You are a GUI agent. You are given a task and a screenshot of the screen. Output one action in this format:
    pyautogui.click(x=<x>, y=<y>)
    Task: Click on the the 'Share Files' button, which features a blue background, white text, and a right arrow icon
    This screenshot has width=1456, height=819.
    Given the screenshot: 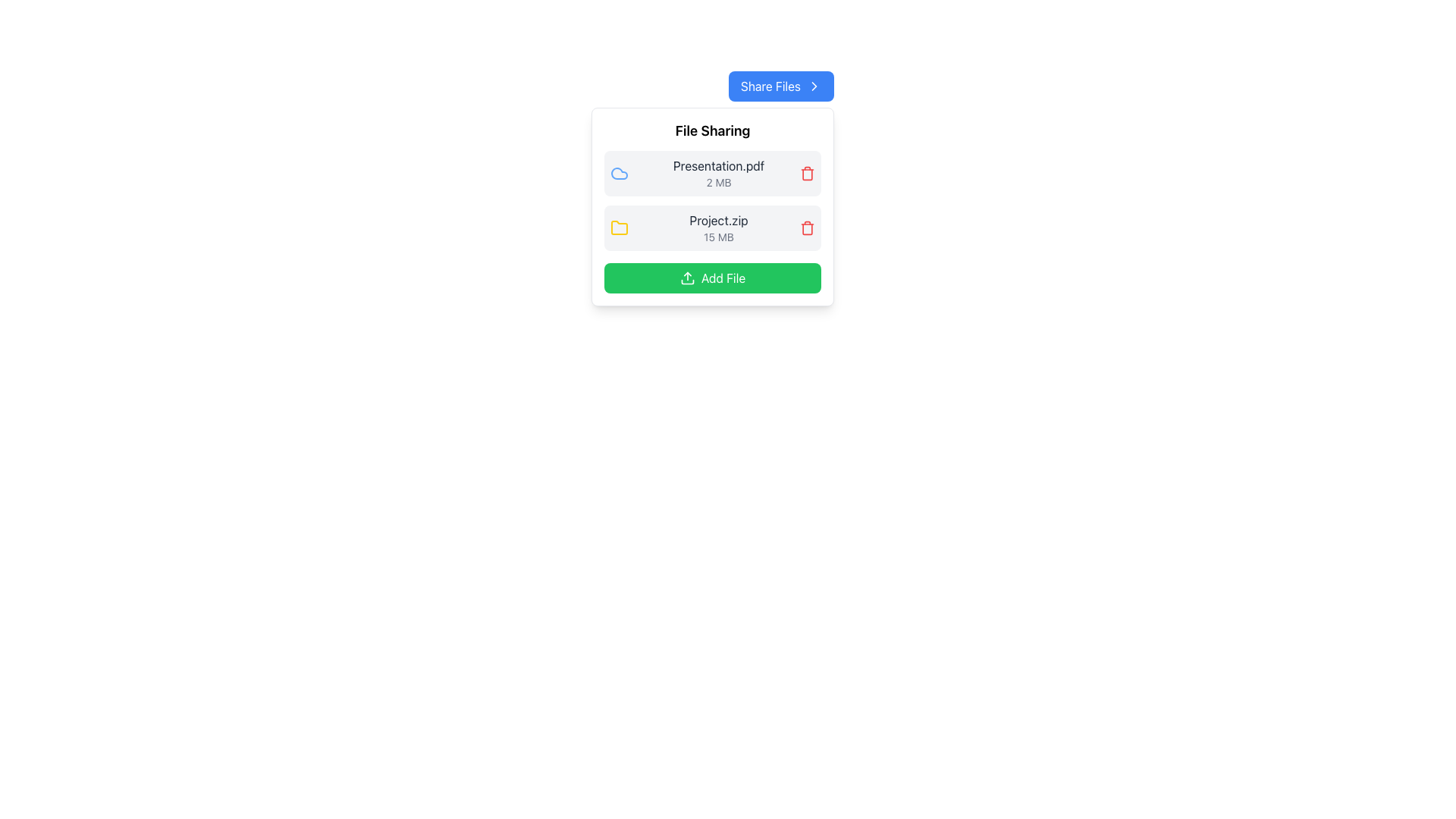 What is the action you would take?
    pyautogui.click(x=781, y=86)
    